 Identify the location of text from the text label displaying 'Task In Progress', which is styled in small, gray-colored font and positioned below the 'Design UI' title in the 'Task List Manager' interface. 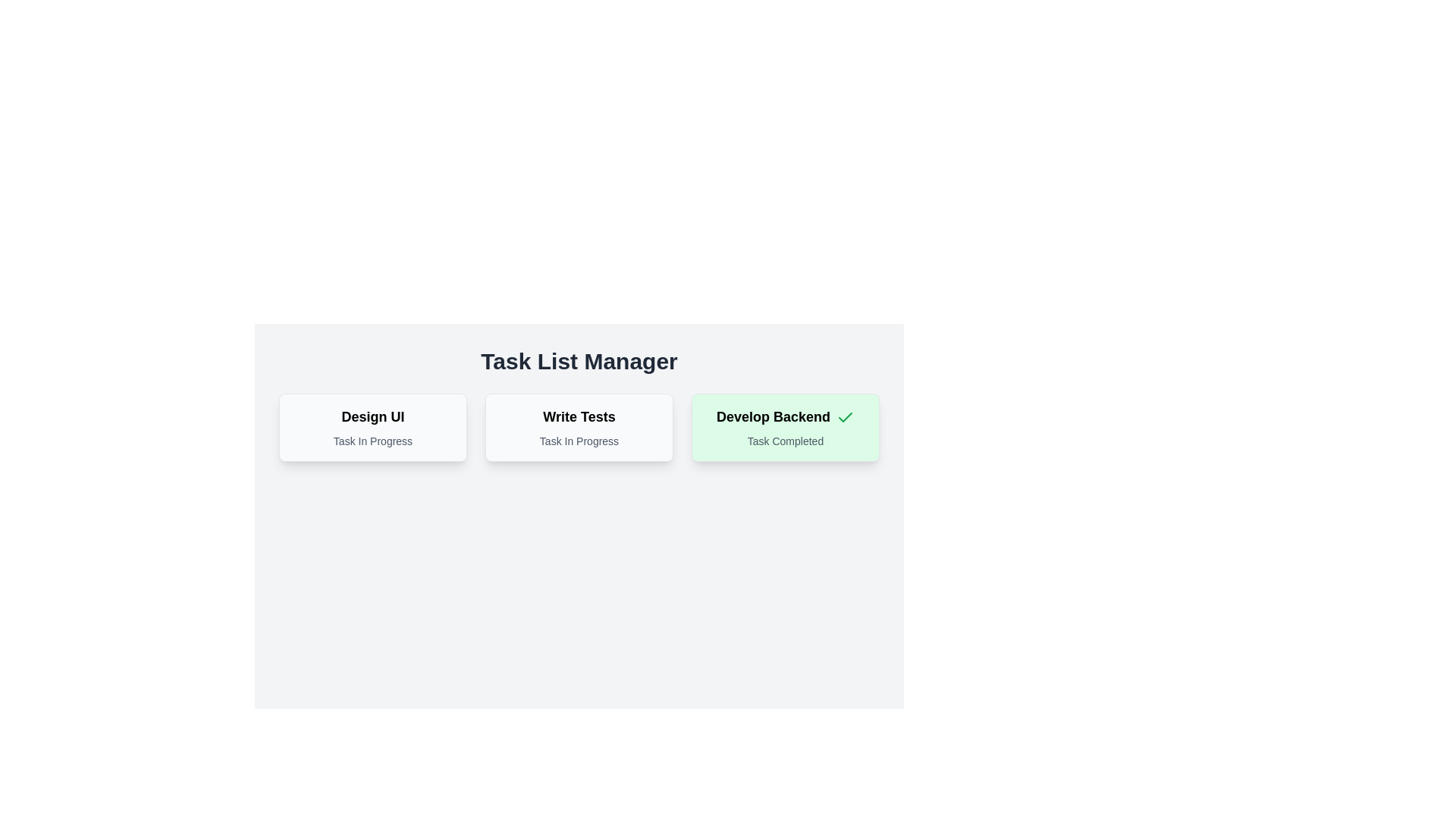
(372, 441).